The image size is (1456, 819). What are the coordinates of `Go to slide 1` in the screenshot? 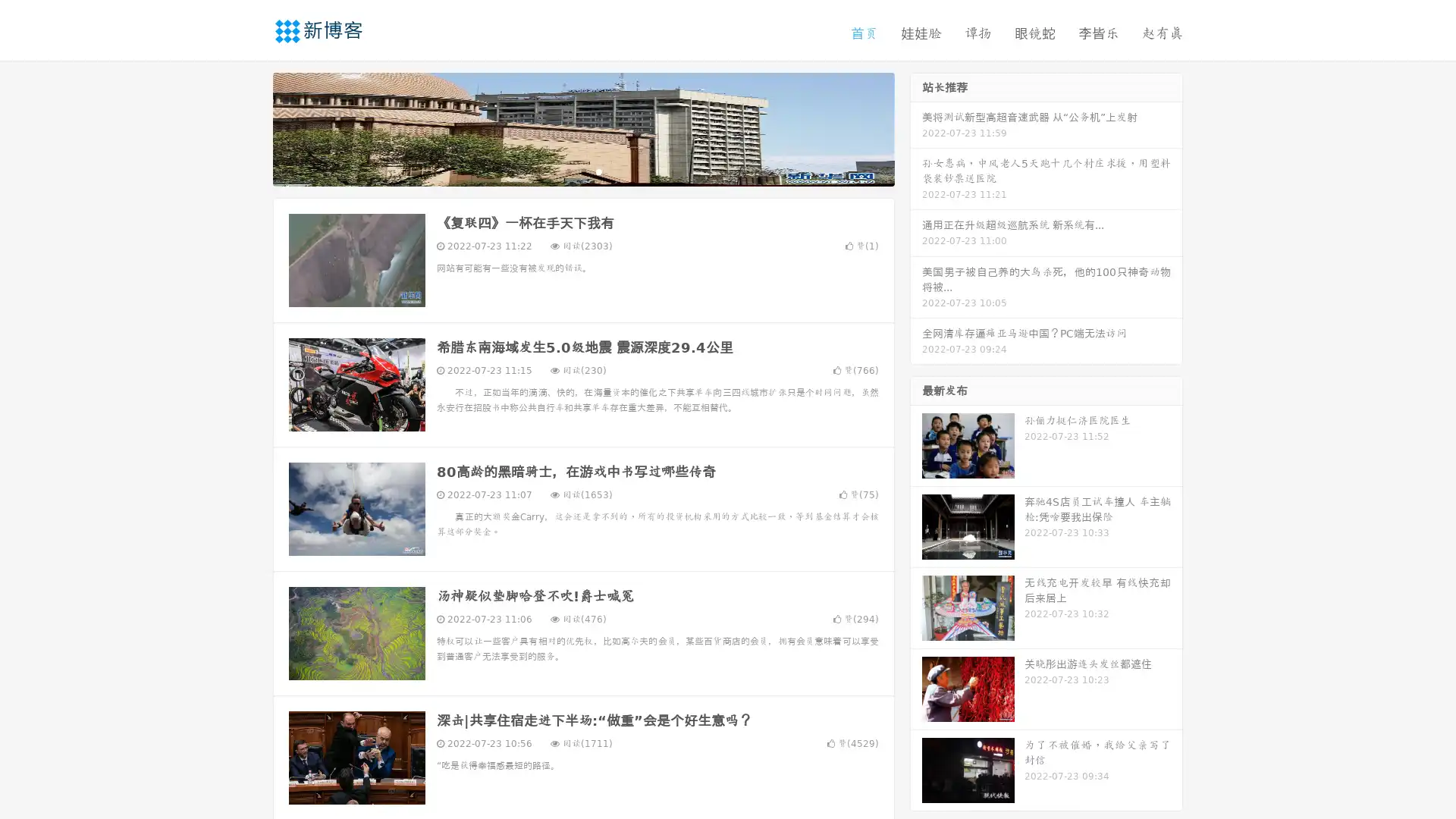 It's located at (567, 171).